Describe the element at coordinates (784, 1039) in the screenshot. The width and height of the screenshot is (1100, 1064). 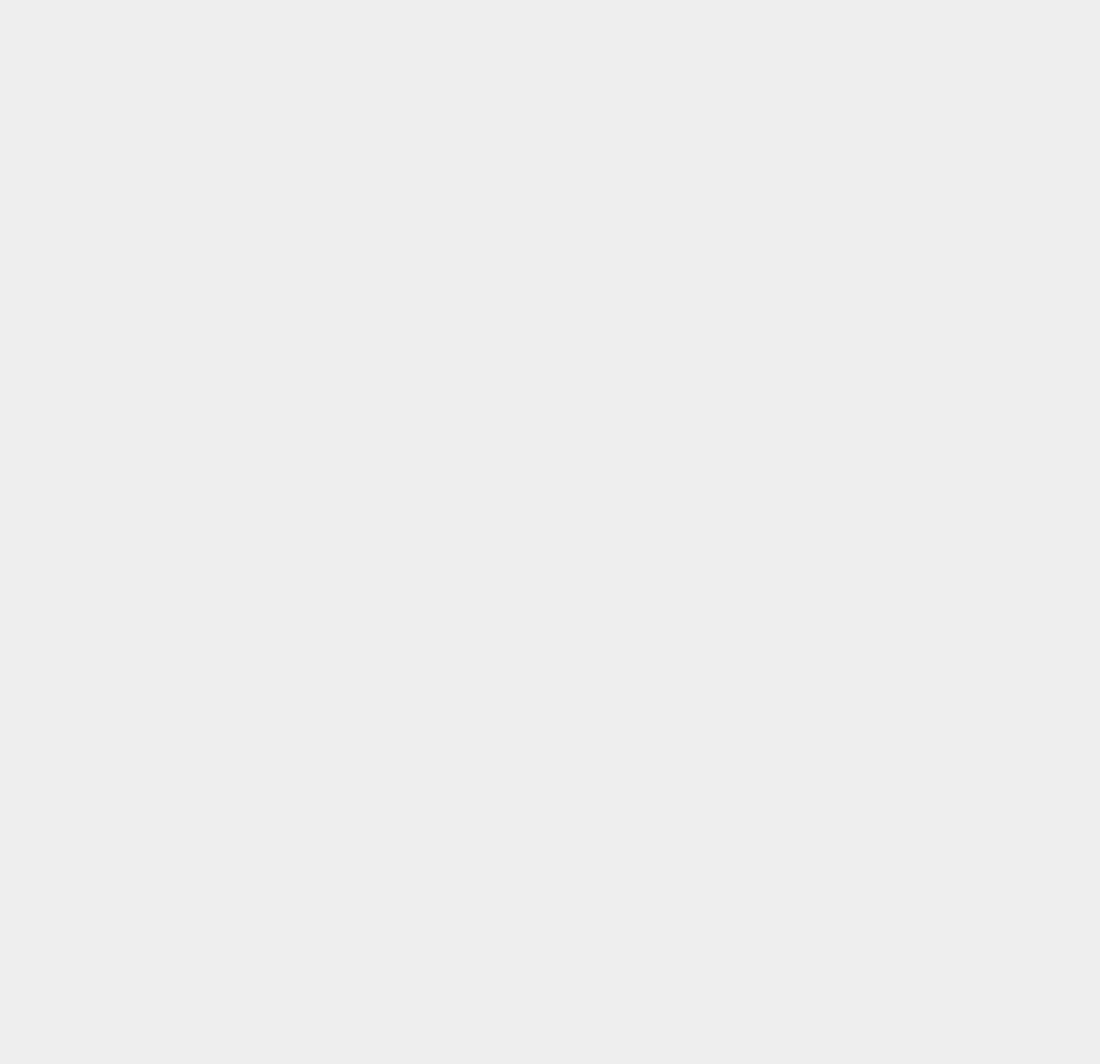
I see `'IP'` at that location.